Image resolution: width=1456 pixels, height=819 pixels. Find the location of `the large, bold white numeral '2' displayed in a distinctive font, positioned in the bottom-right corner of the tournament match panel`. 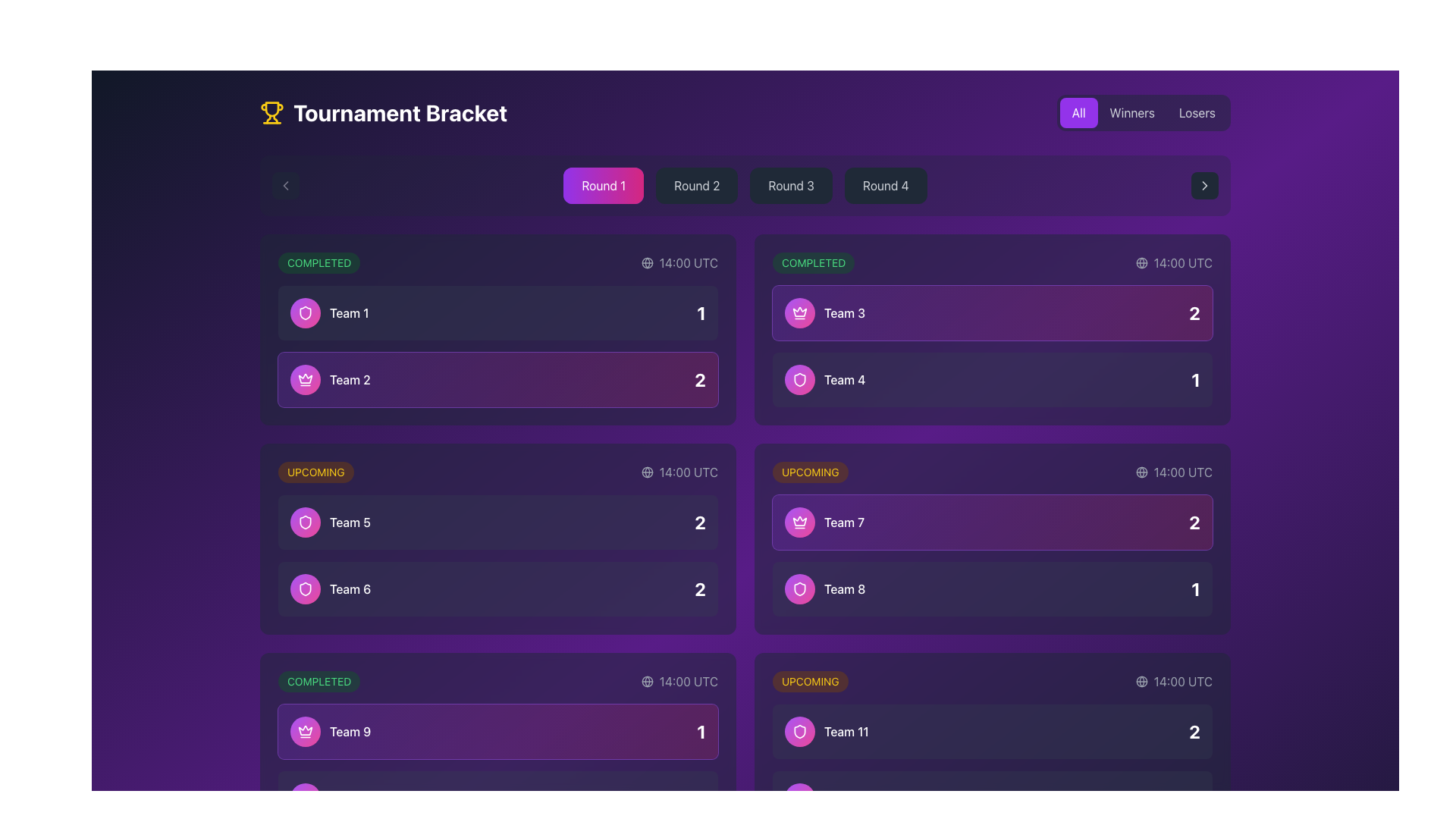

the large, bold white numeral '2' displayed in a distinctive font, positioned in the bottom-right corner of the tournament match panel is located at coordinates (699, 522).